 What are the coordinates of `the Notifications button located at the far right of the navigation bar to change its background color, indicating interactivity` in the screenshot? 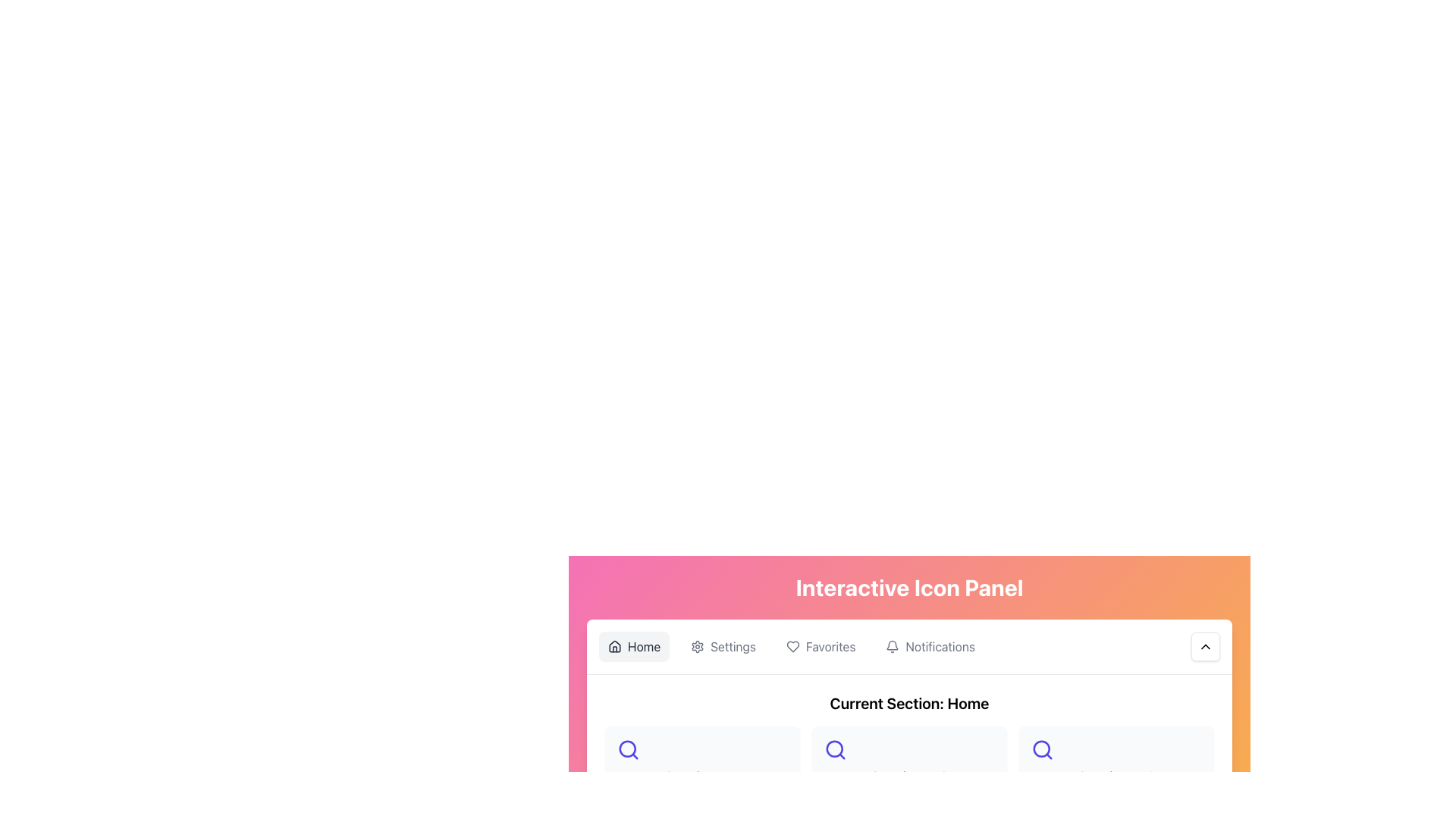 It's located at (930, 646).